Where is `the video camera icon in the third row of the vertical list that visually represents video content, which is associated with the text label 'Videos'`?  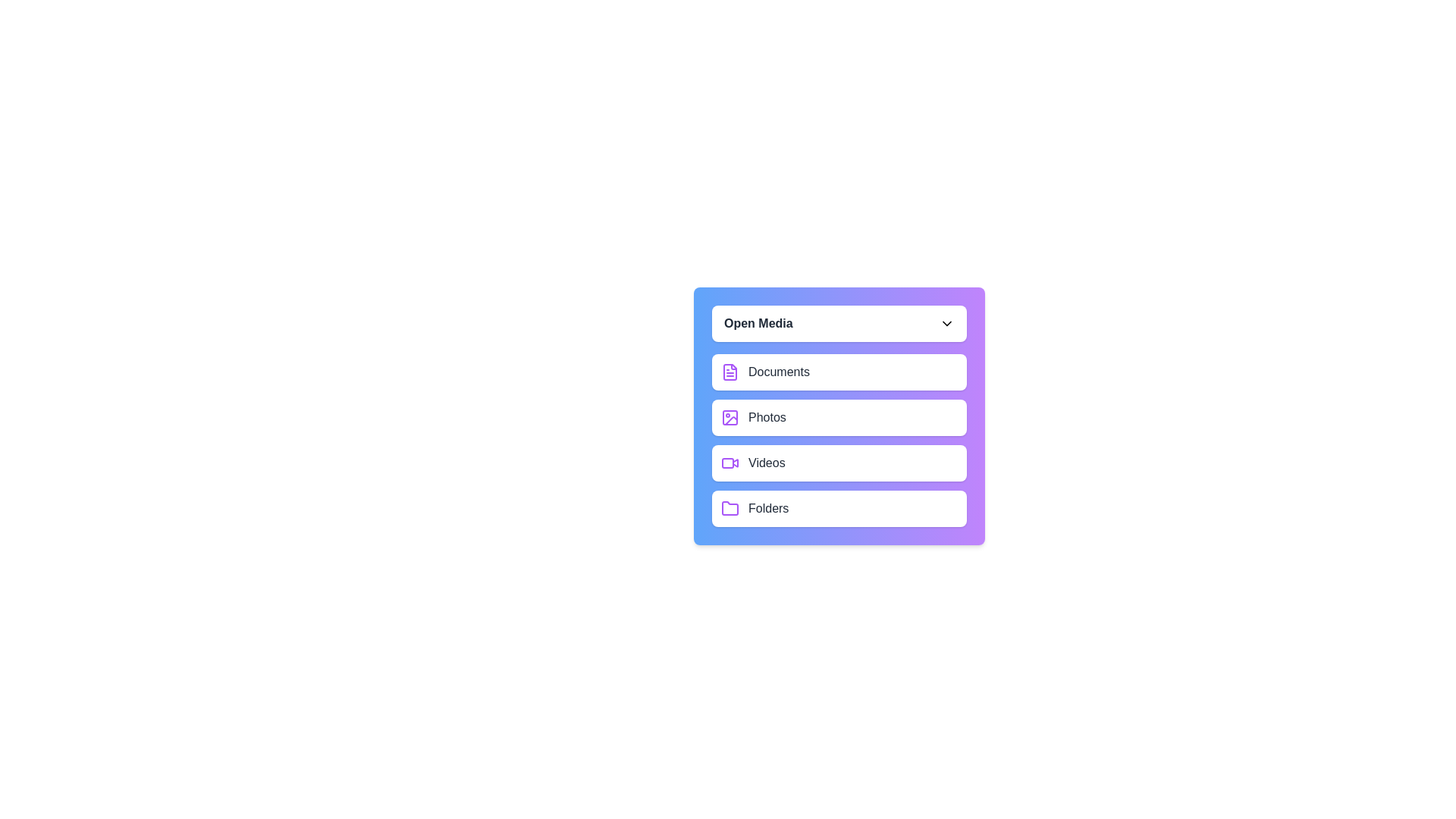 the video camera icon in the third row of the vertical list that visually represents video content, which is associated with the text label 'Videos' is located at coordinates (735, 461).